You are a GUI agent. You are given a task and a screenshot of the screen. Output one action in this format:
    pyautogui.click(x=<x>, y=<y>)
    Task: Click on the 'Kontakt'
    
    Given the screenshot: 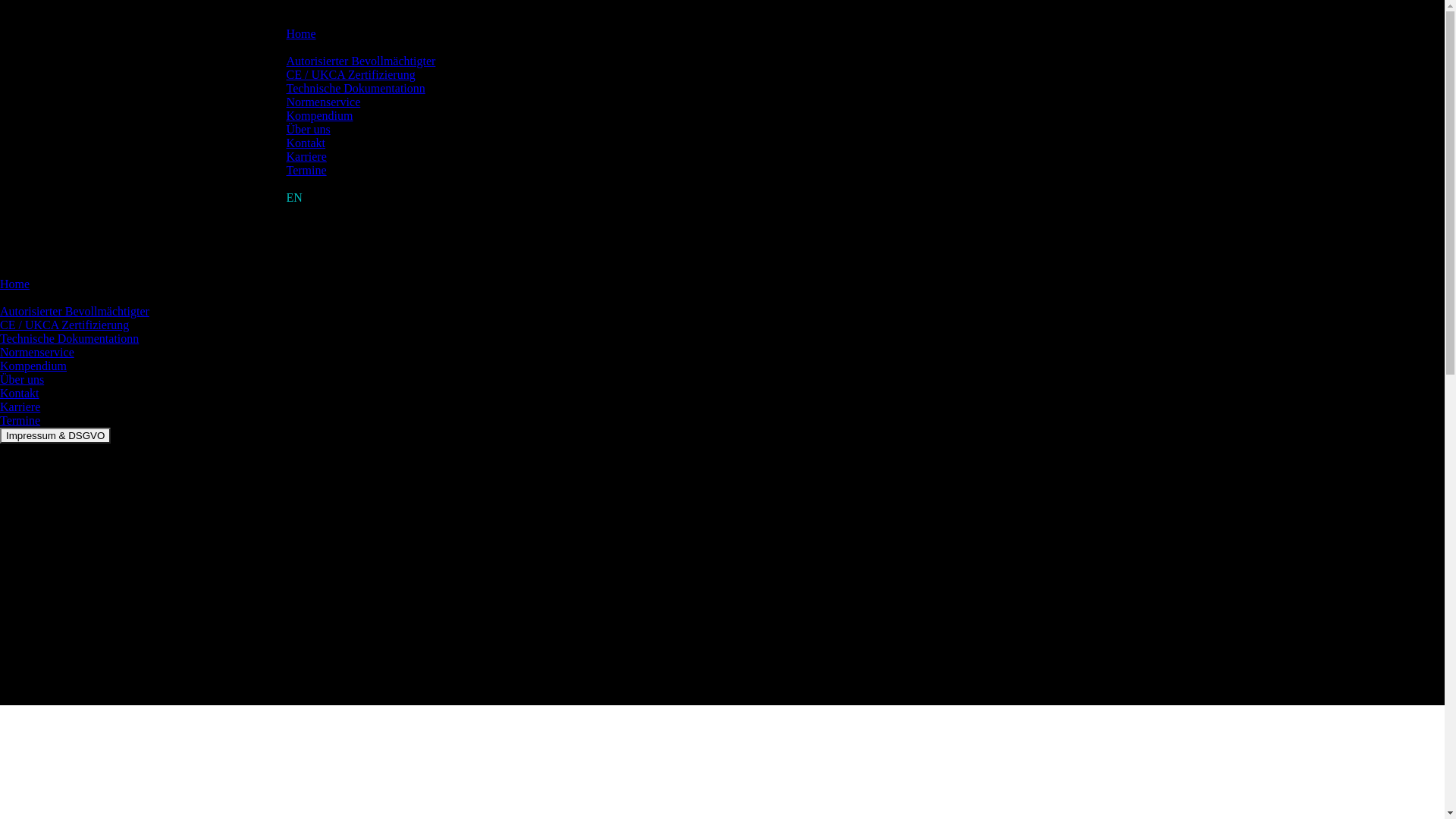 What is the action you would take?
    pyautogui.click(x=305, y=143)
    